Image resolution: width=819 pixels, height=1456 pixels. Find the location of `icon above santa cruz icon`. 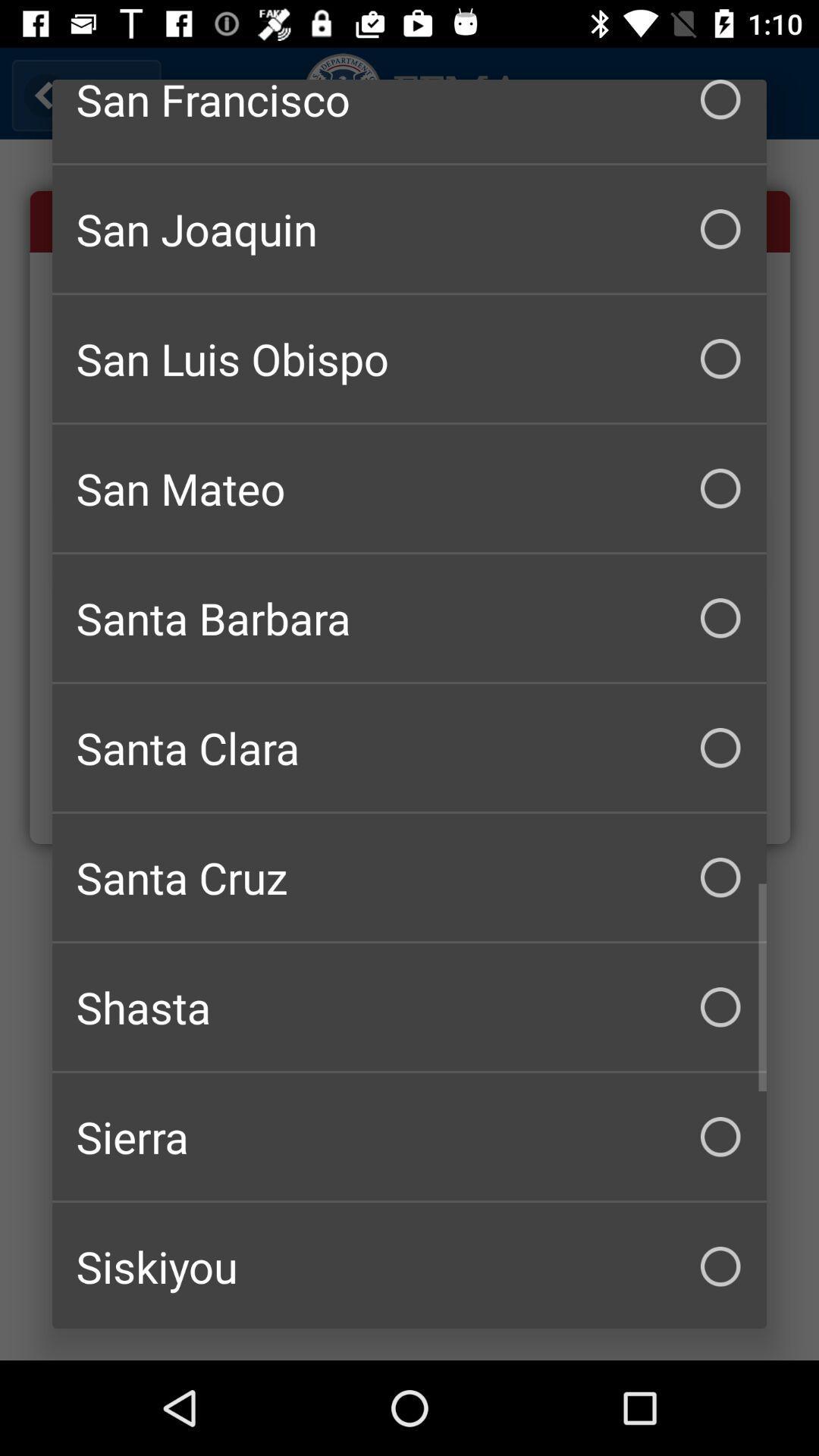

icon above santa cruz icon is located at coordinates (409, 748).